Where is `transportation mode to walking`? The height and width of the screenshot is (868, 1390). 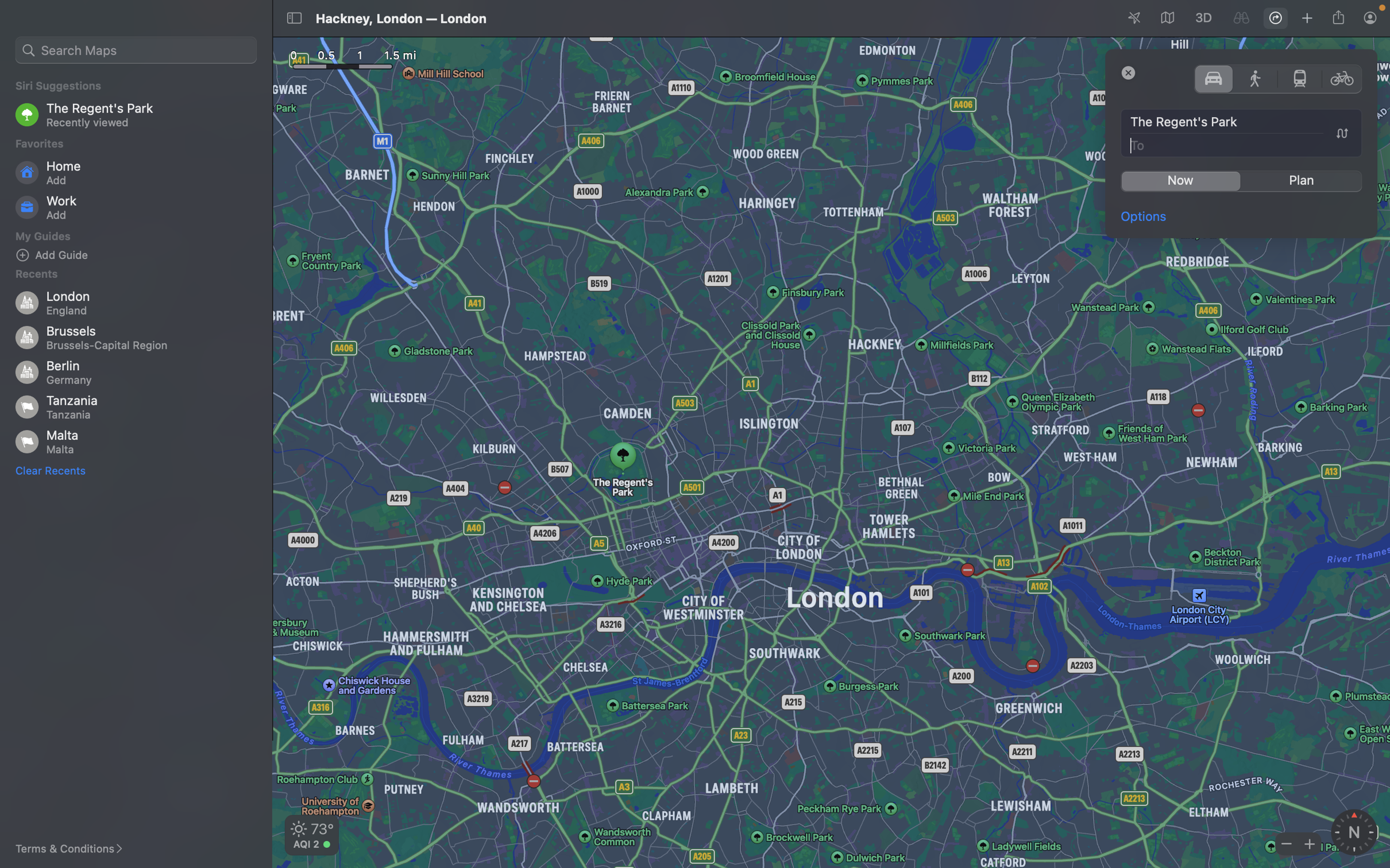
transportation mode to walking is located at coordinates (1256, 77).